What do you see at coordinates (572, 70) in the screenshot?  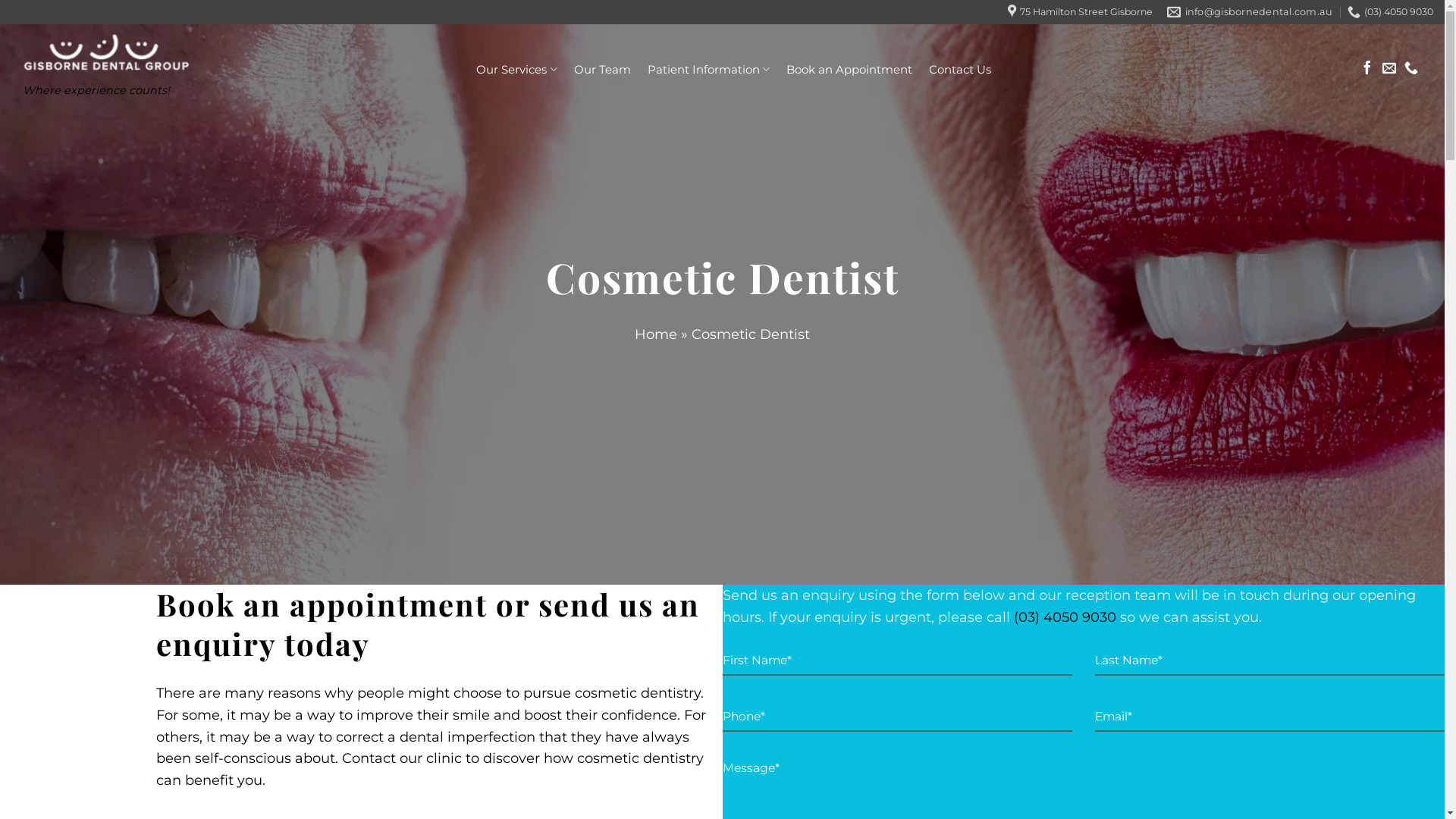 I see `'Our Team'` at bounding box center [572, 70].